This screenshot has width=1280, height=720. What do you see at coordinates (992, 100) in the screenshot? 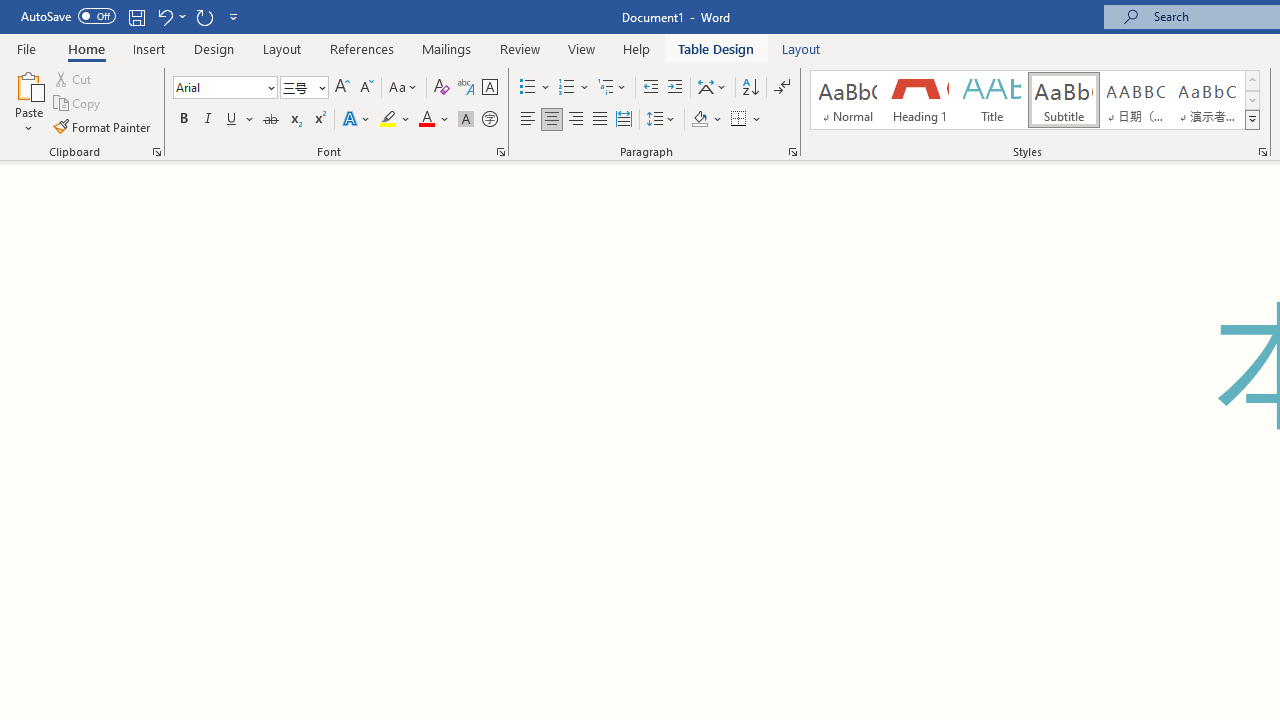
I see `'Title'` at bounding box center [992, 100].